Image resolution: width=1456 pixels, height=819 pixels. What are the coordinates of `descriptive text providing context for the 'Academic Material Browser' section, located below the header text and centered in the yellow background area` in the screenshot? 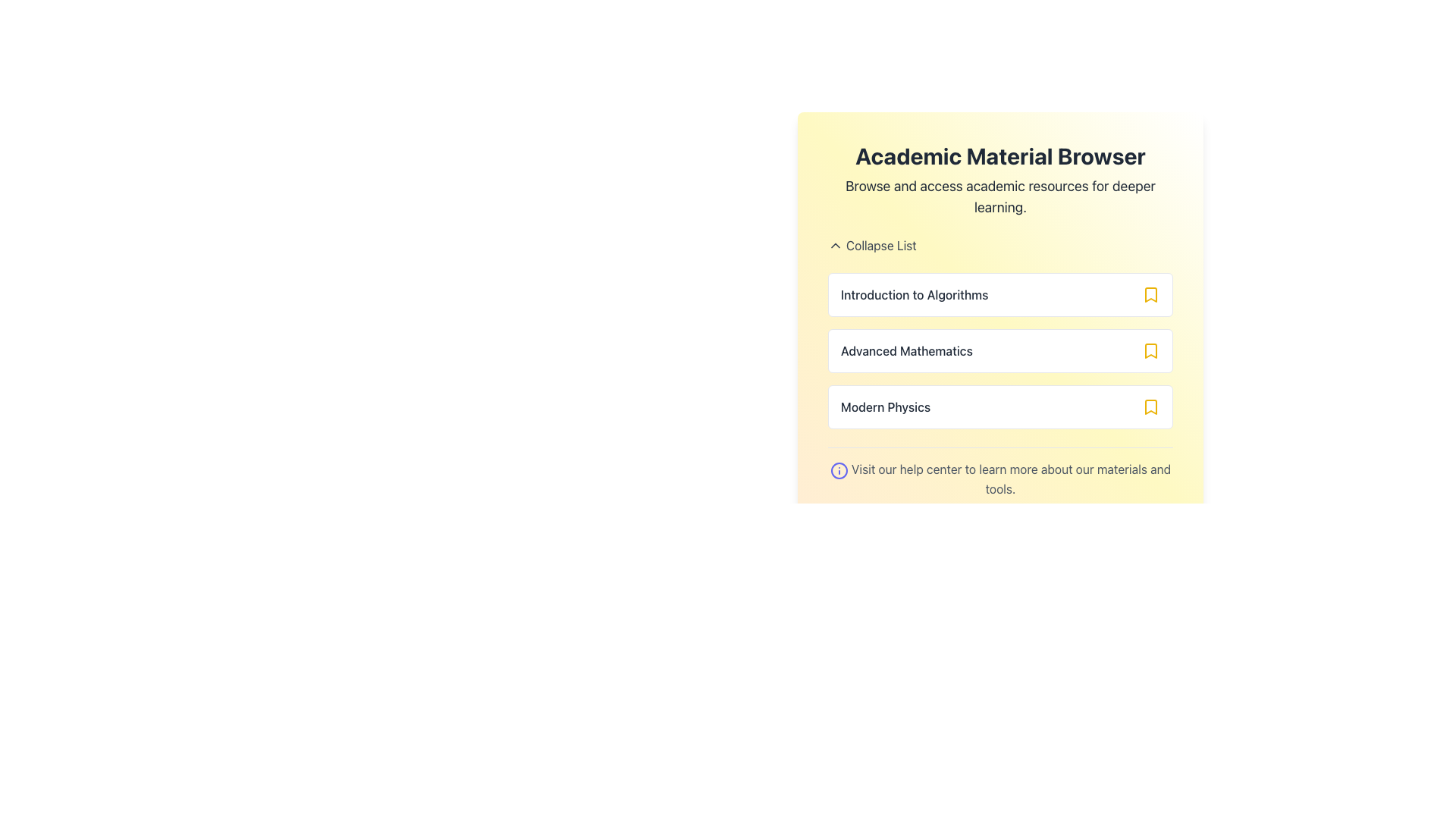 It's located at (1000, 196).